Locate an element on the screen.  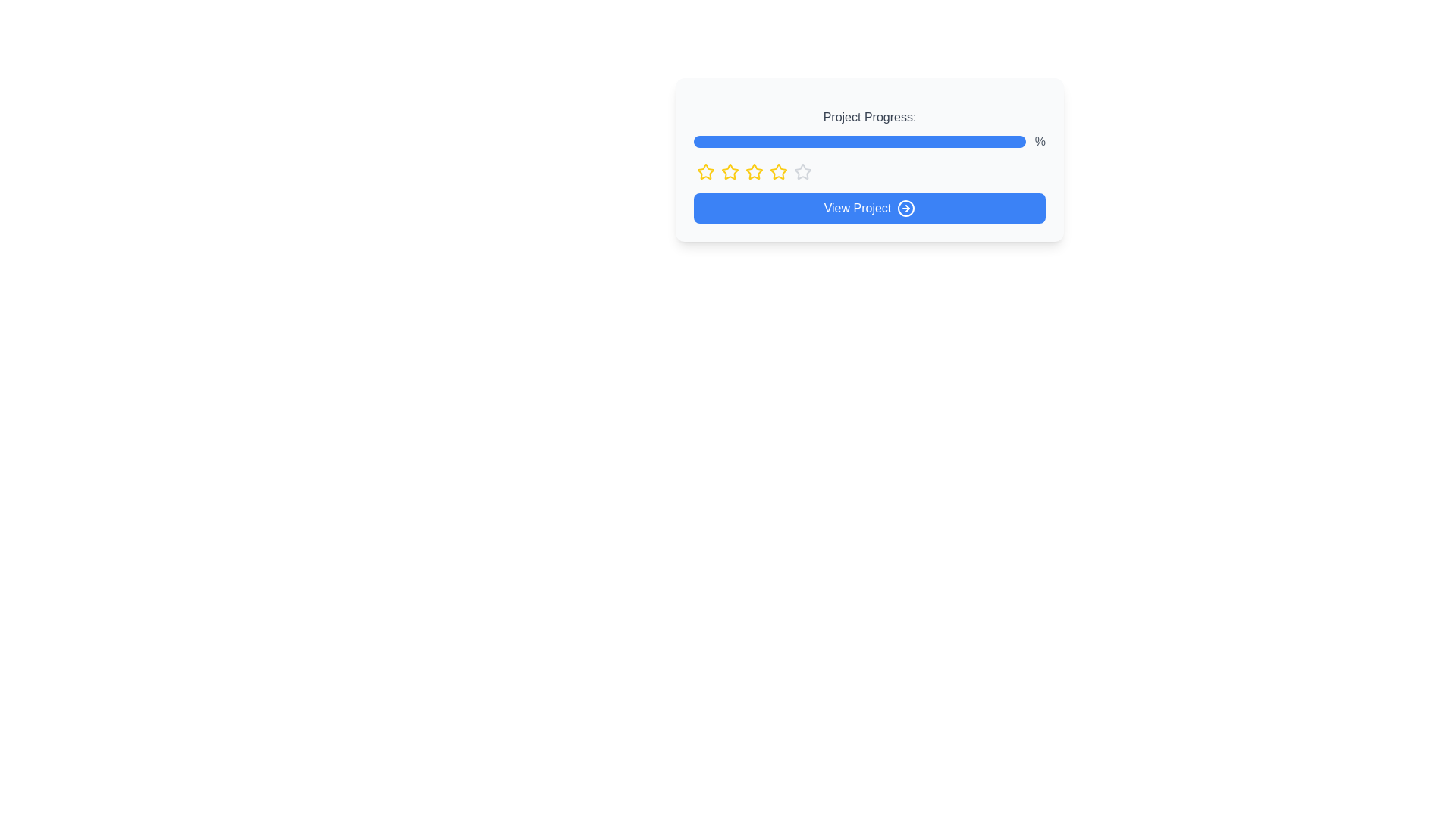
the fourth star-shaped vector icon under the 'Project Progress' header to rate it is located at coordinates (801, 171).